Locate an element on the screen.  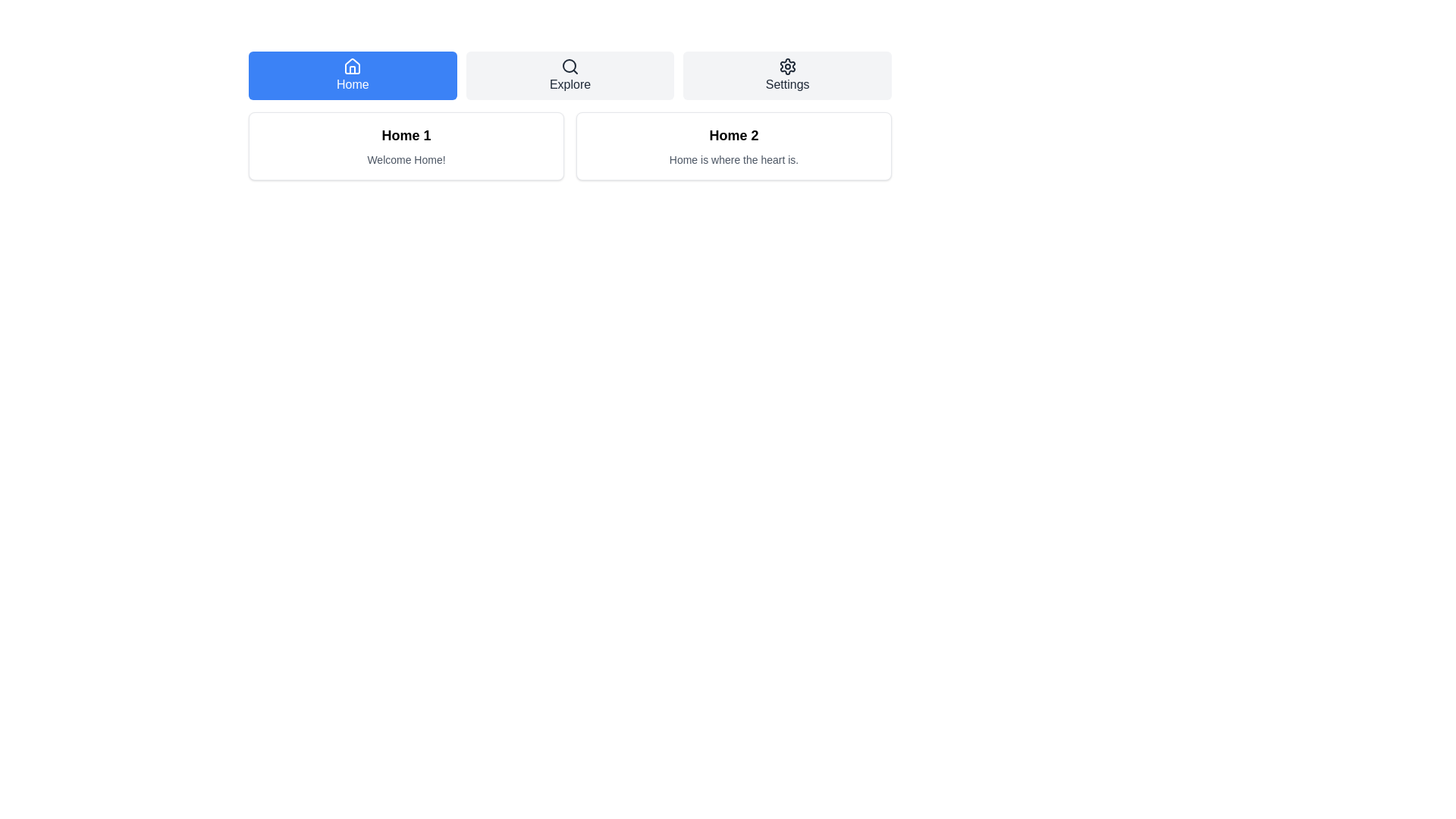
bold text label 'Home 1' located at the top of the card section, which is prominently displayed in a large font size on a white background card is located at coordinates (406, 134).